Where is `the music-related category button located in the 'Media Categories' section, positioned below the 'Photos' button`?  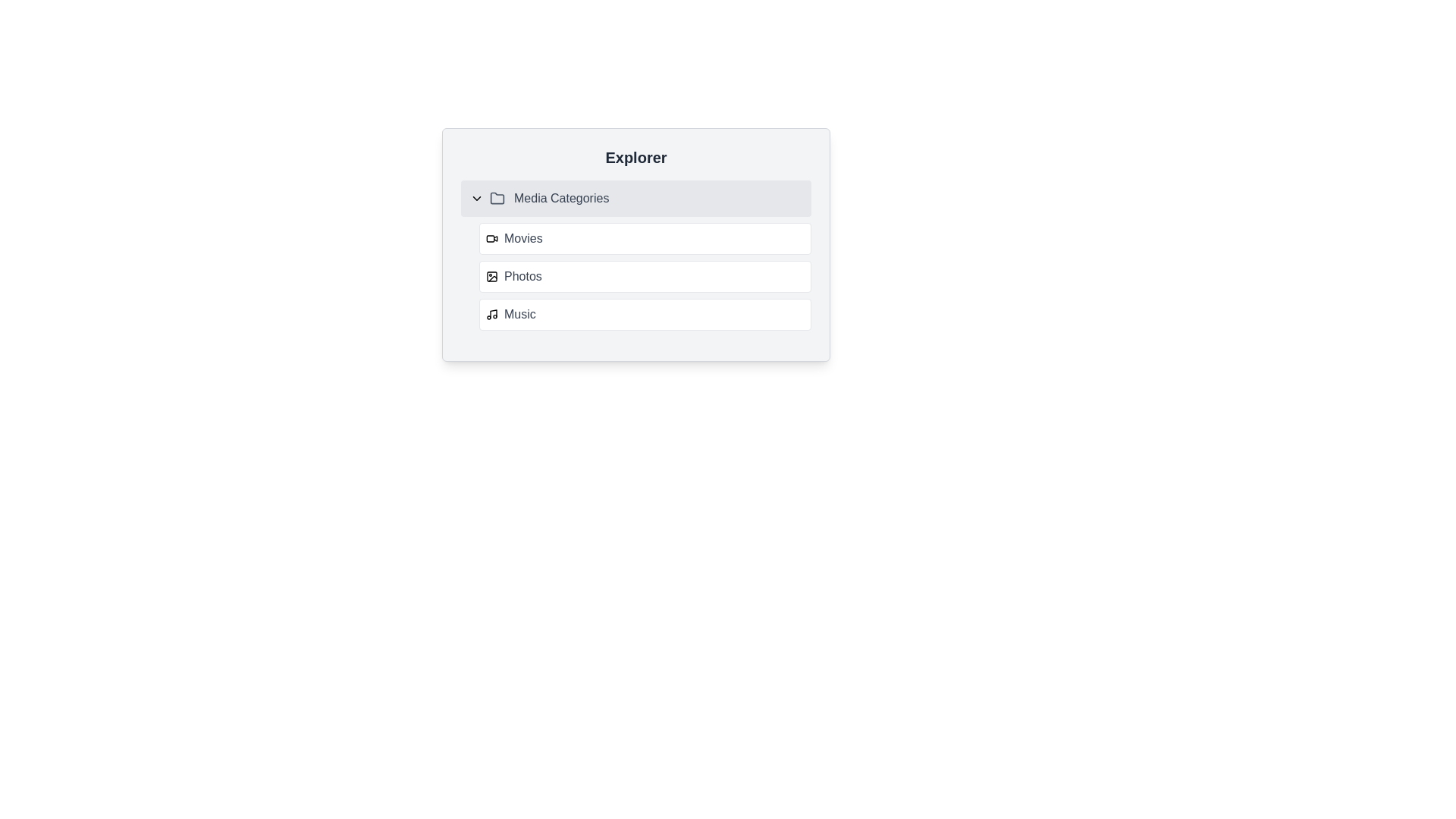 the music-related category button located in the 'Media Categories' section, positioned below the 'Photos' button is located at coordinates (645, 314).